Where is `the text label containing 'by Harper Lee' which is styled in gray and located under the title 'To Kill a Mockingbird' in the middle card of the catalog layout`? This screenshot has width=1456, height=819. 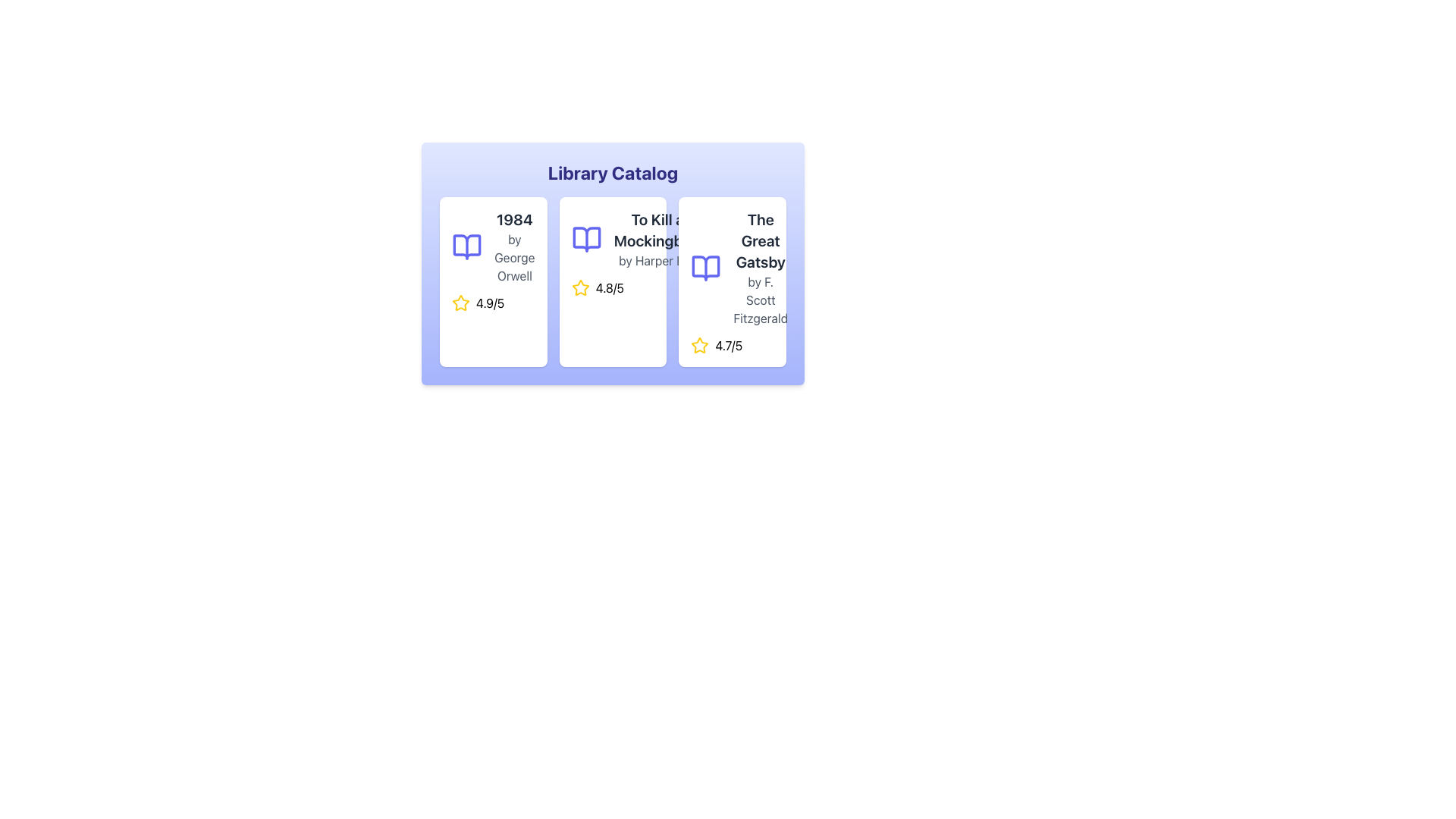 the text label containing 'by Harper Lee' which is styled in gray and located under the title 'To Kill a Mockingbird' in the middle card of the catalog layout is located at coordinates (657, 259).